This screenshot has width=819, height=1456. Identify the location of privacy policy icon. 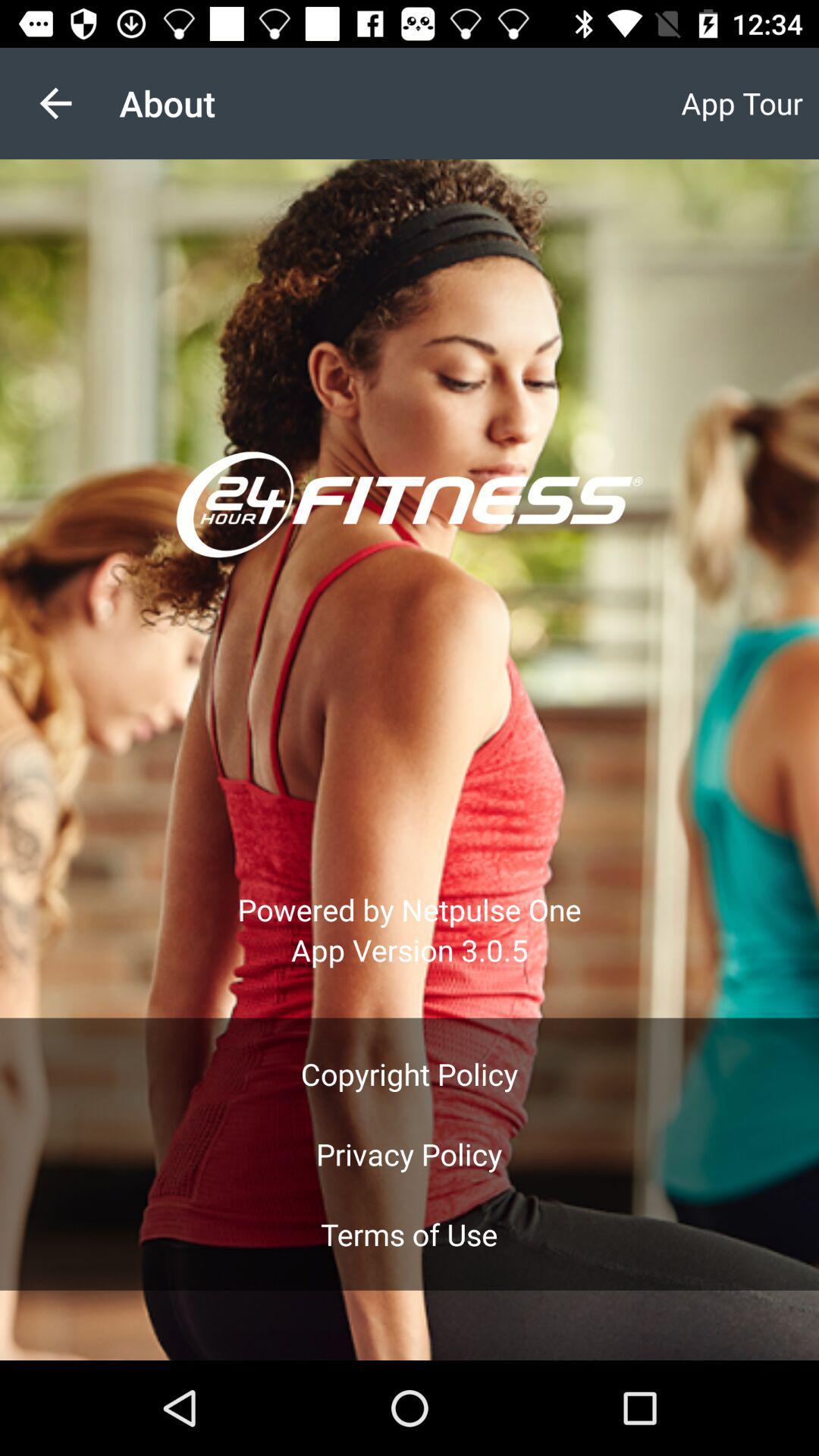
(408, 1153).